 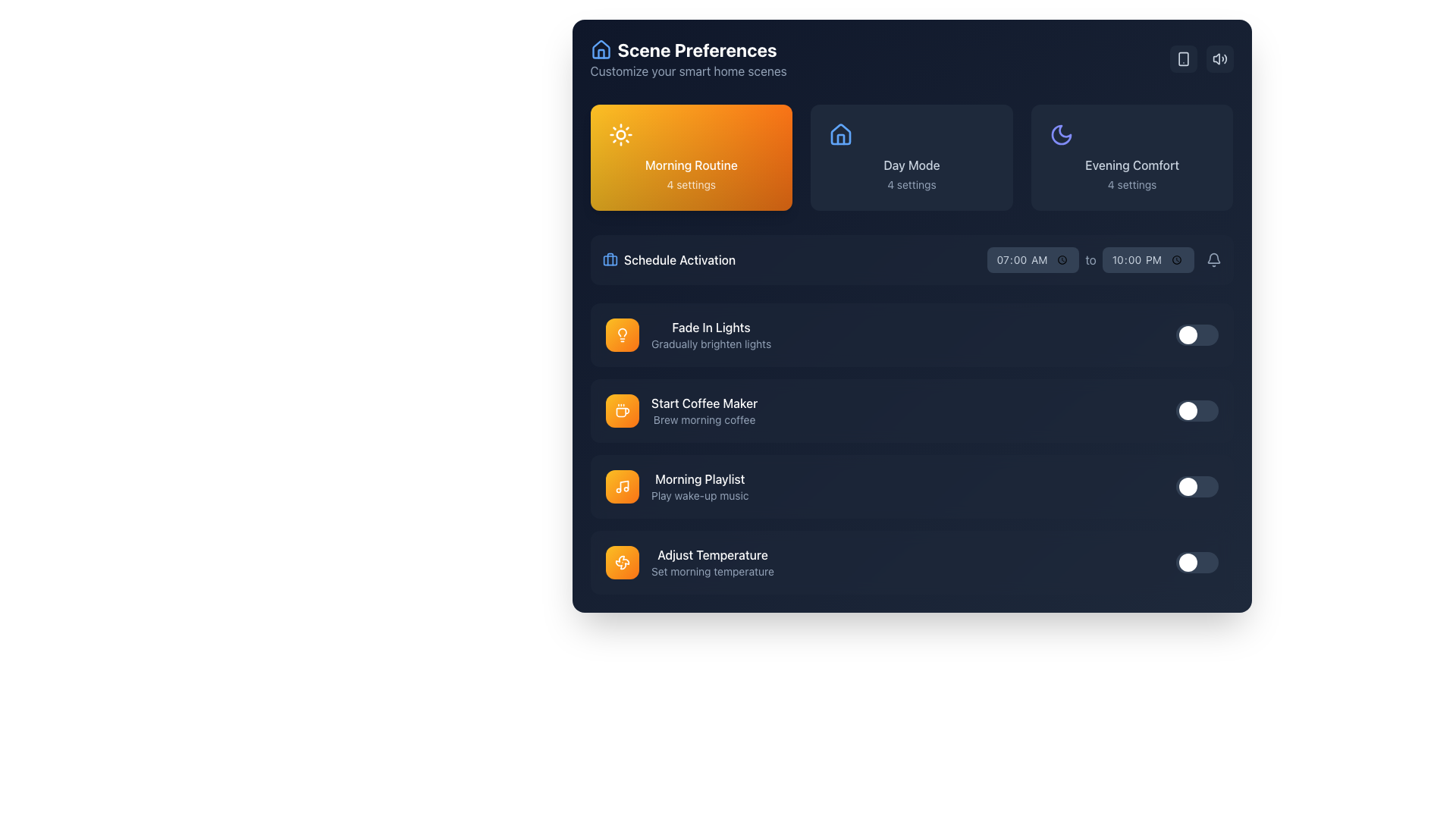 I want to click on the 'Day Mode' button, which is the second tile in the 'Scene Preferences' section, featuring a house icon and the text 'Day Mode' with '4 settings' below it, so click(x=911, y=158).